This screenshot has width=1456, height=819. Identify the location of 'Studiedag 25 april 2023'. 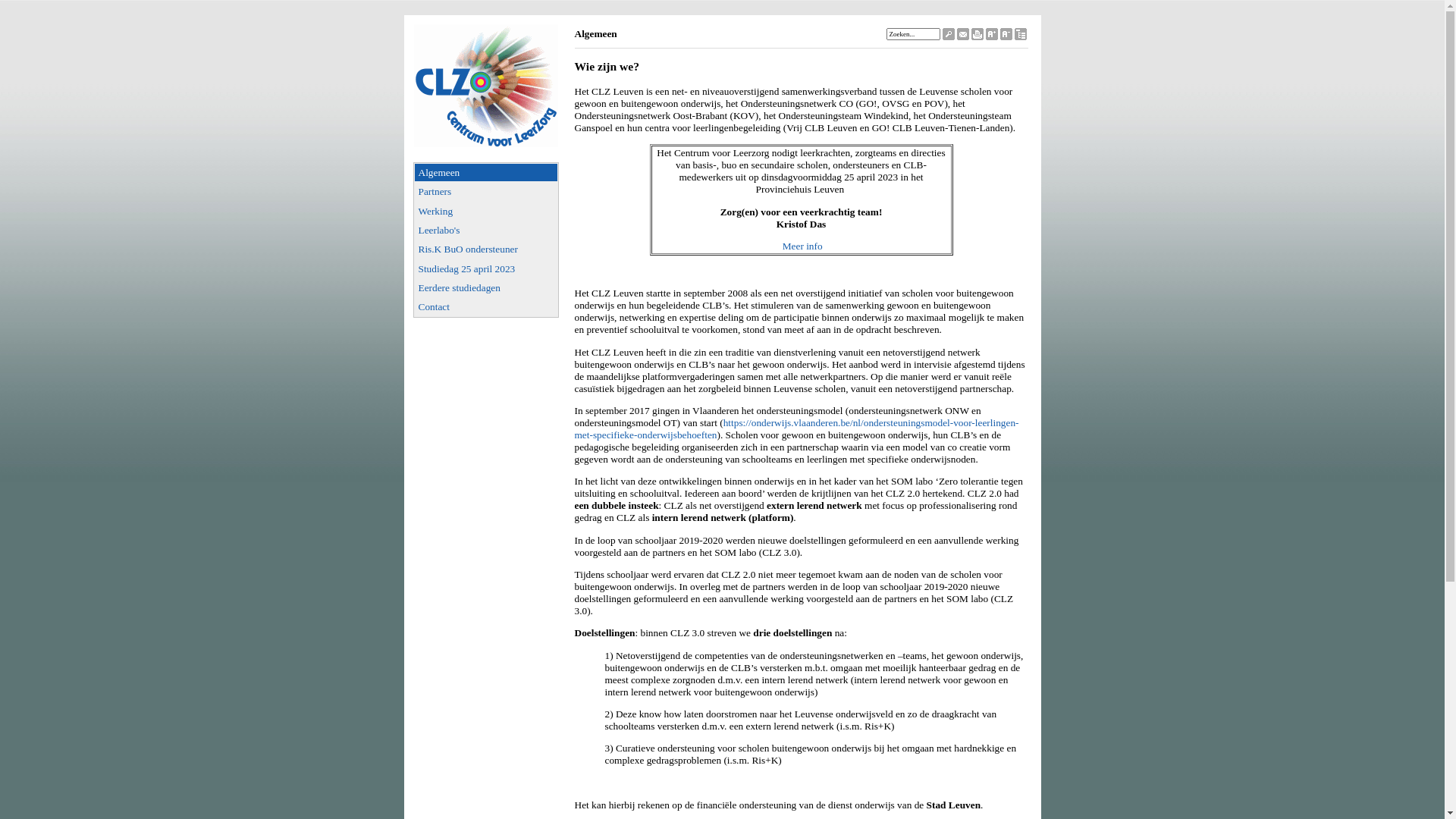
(486, 268).